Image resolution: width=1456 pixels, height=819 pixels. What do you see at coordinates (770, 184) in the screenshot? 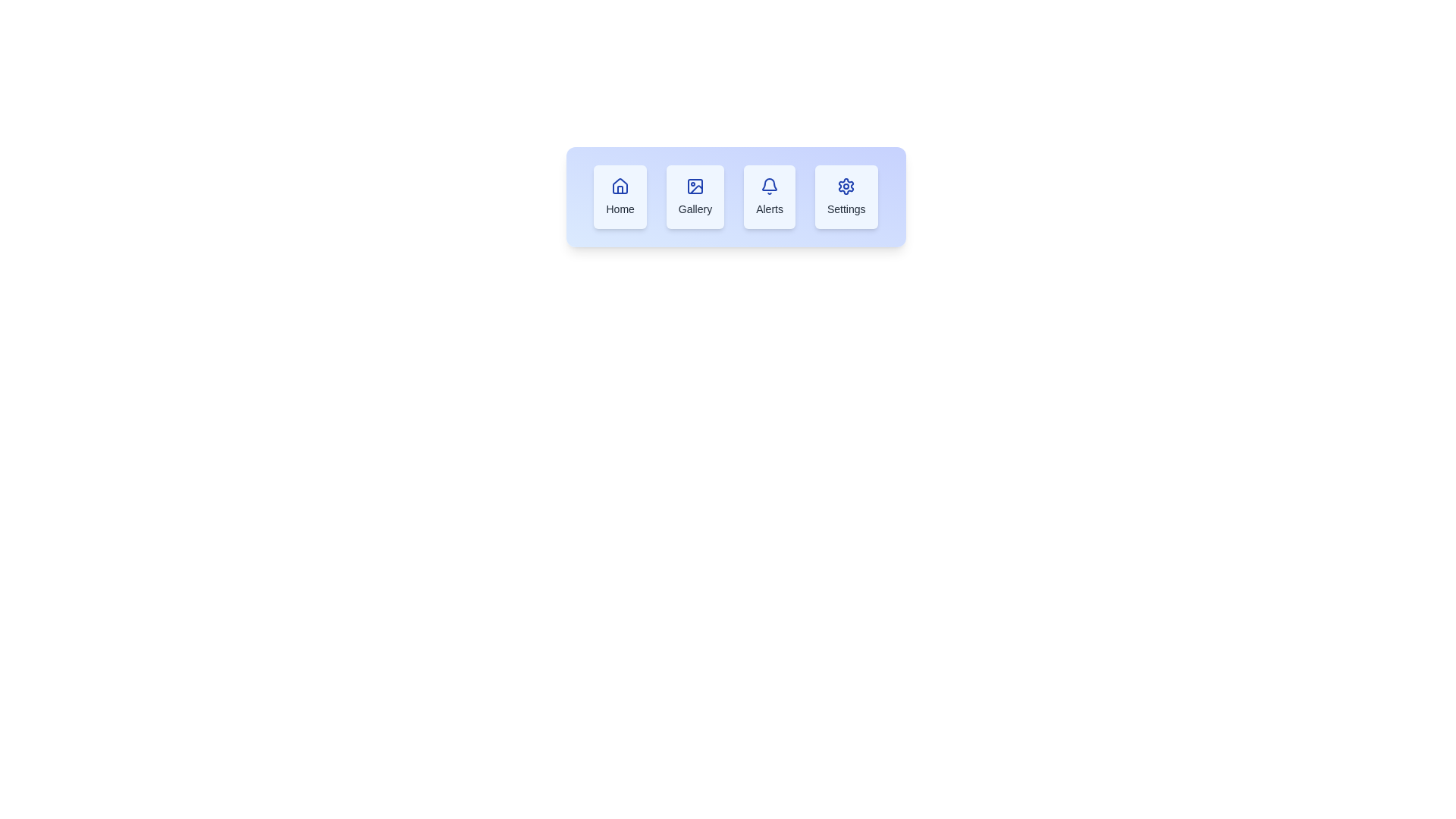
I see `the bell icon located in the Alerts section, which visually informs the user about alerts or notifications` at bounding box center [770, 184].